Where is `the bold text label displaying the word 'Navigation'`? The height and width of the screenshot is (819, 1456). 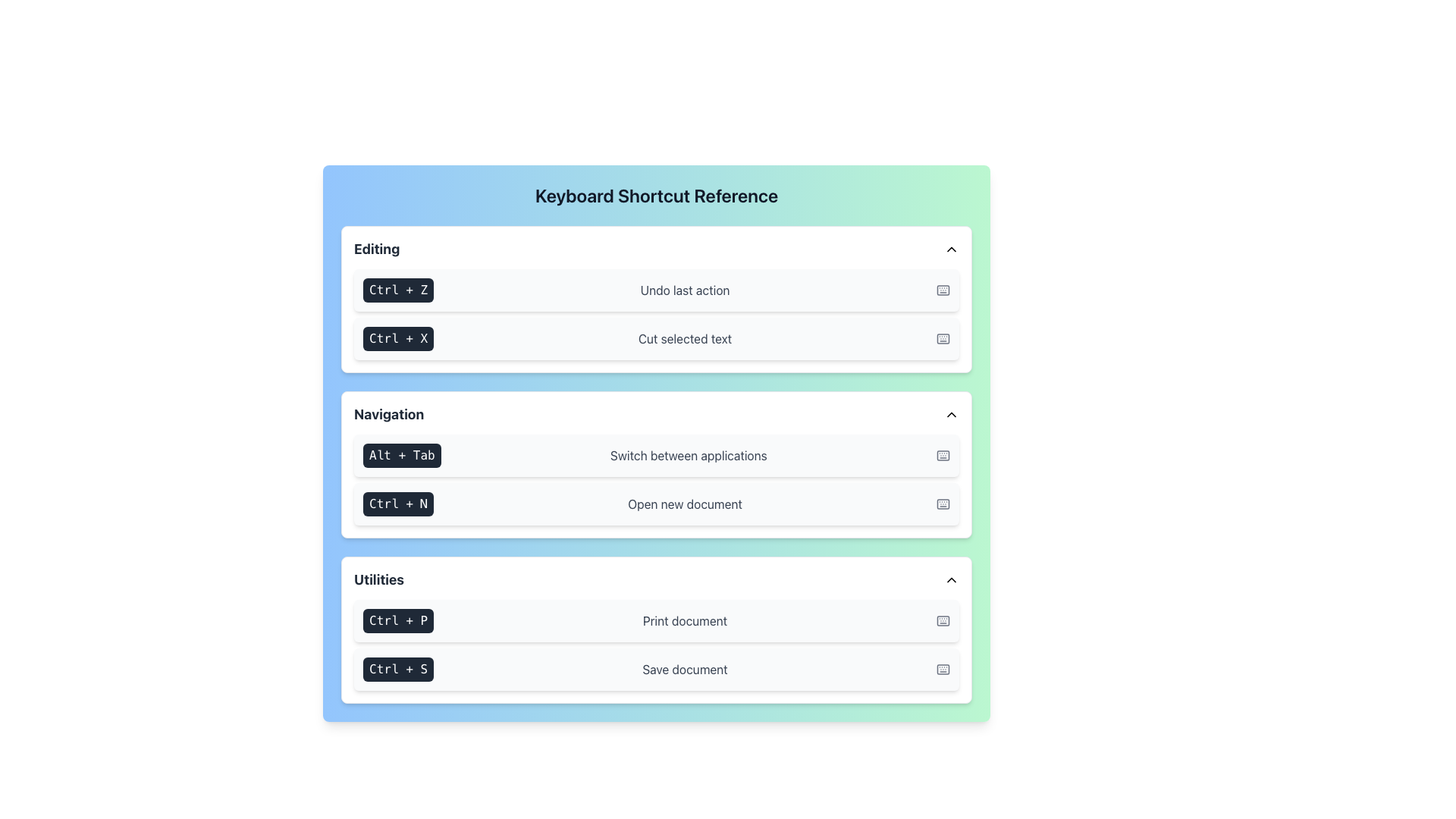 the bold text label displaying the word 'Navigation' is located at coordinates (389, 415).